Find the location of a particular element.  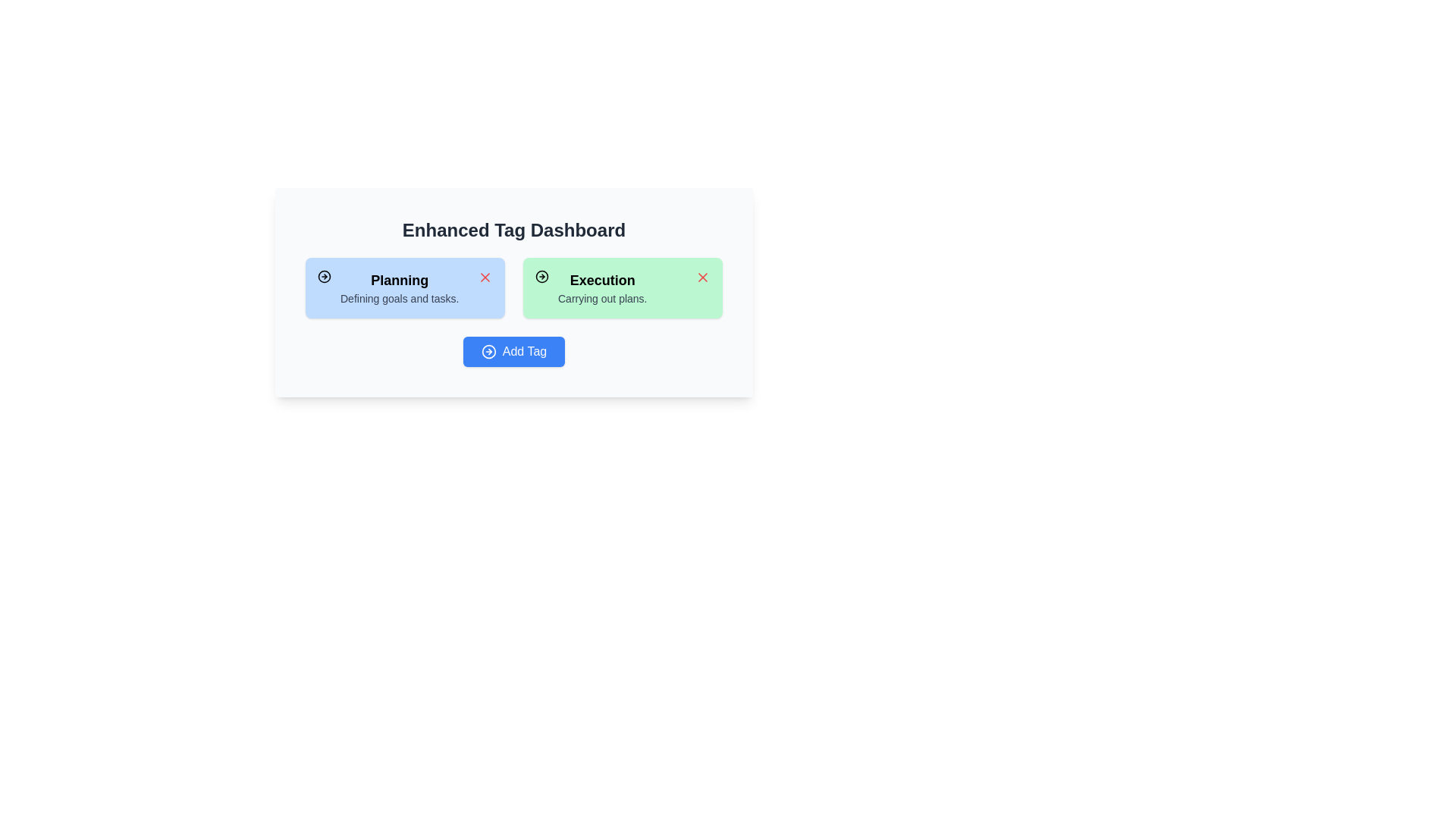

the outermost circle in the SVG icon located within the 'Planning' labeled card on the left side of the main interface is located at coordinates (323, 277).